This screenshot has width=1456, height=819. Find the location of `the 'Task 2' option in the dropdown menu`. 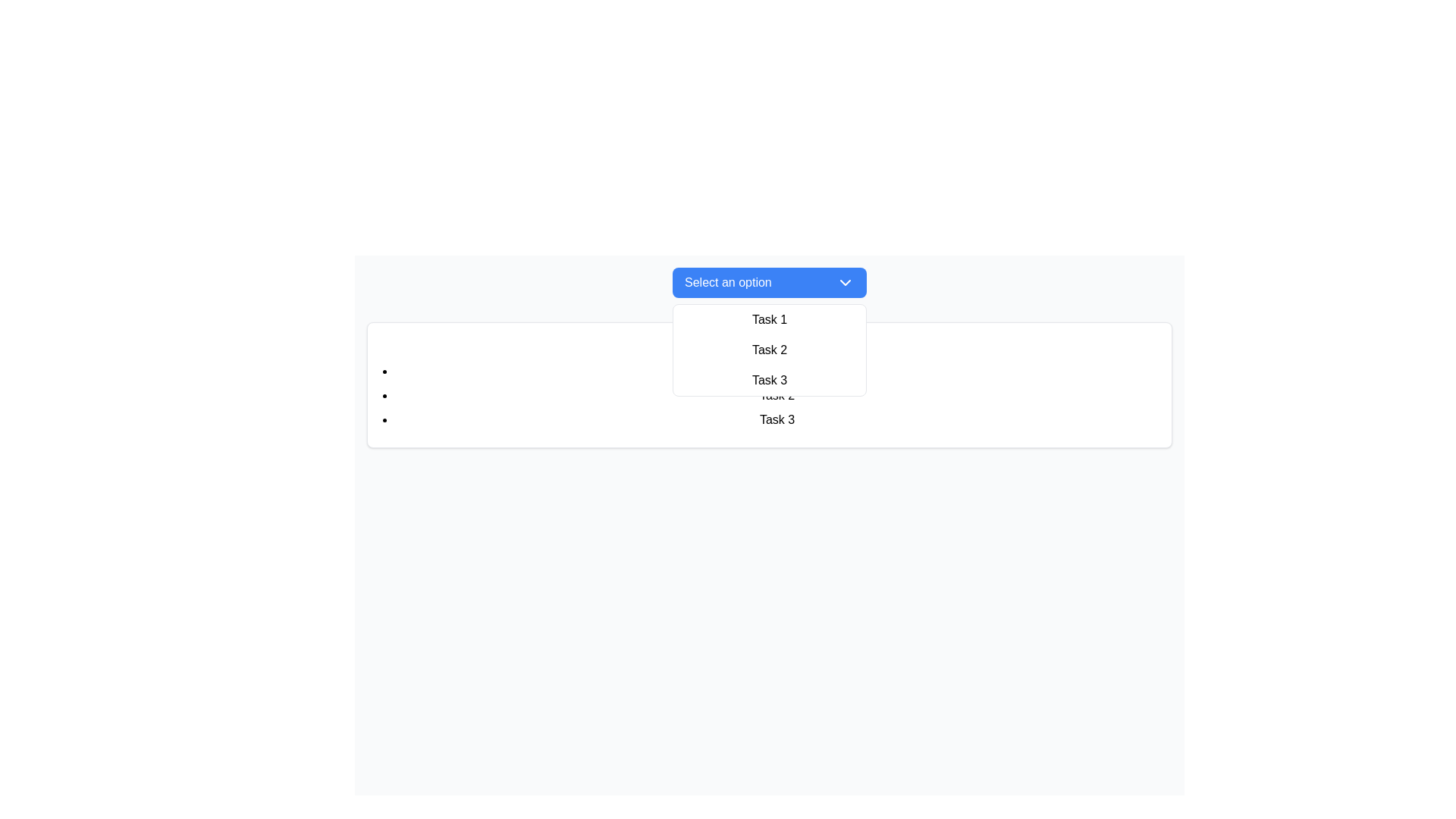

the 'Task 2' option in the dropdown menu is located at coordinates (769, 350).